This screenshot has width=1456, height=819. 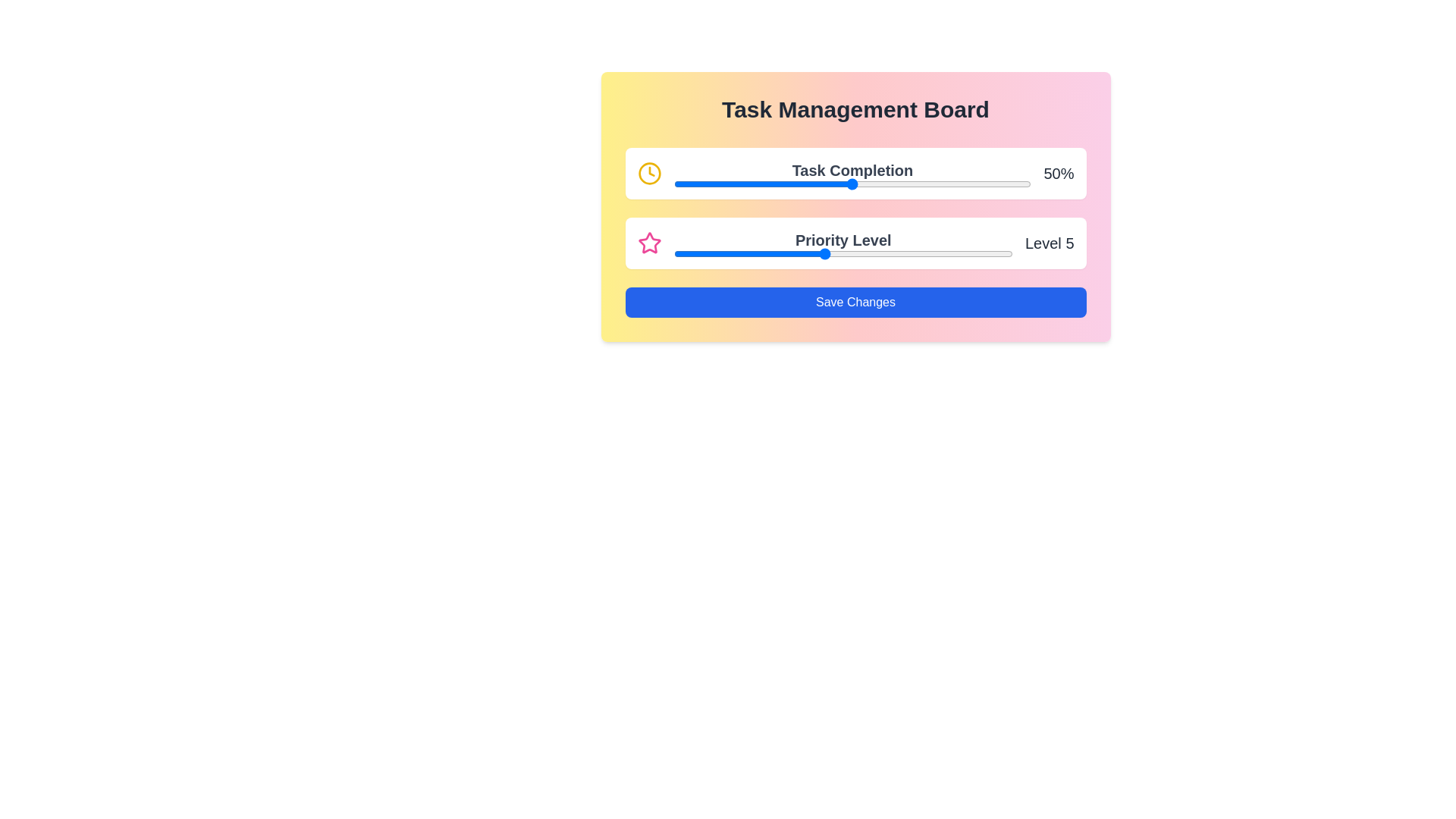 I want to click on priority level, so click(x=937, y=253).